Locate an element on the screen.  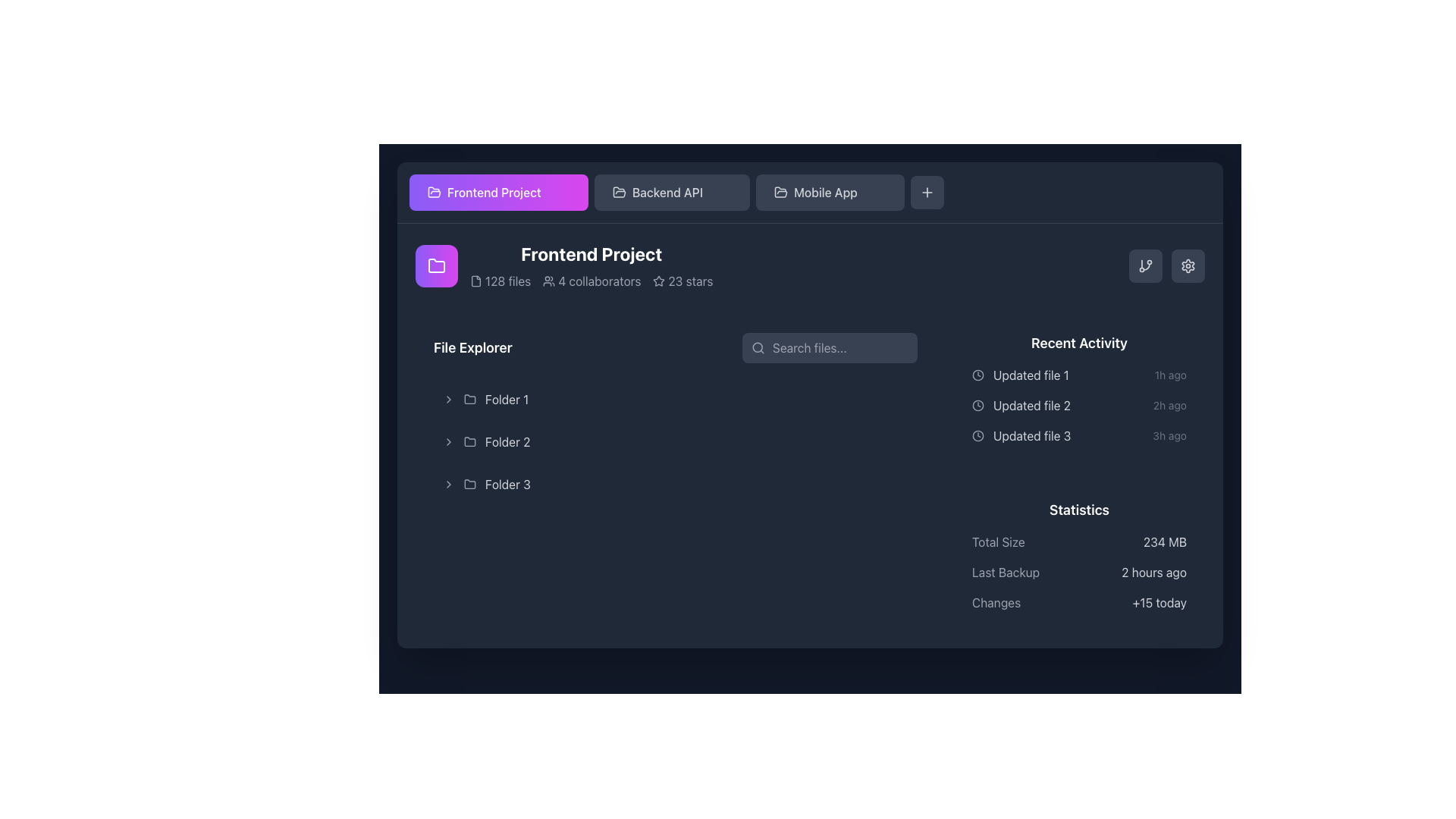
the Information banner located in the top-left section of the main content area, which provides key project information is located at coordinates (563, 265).